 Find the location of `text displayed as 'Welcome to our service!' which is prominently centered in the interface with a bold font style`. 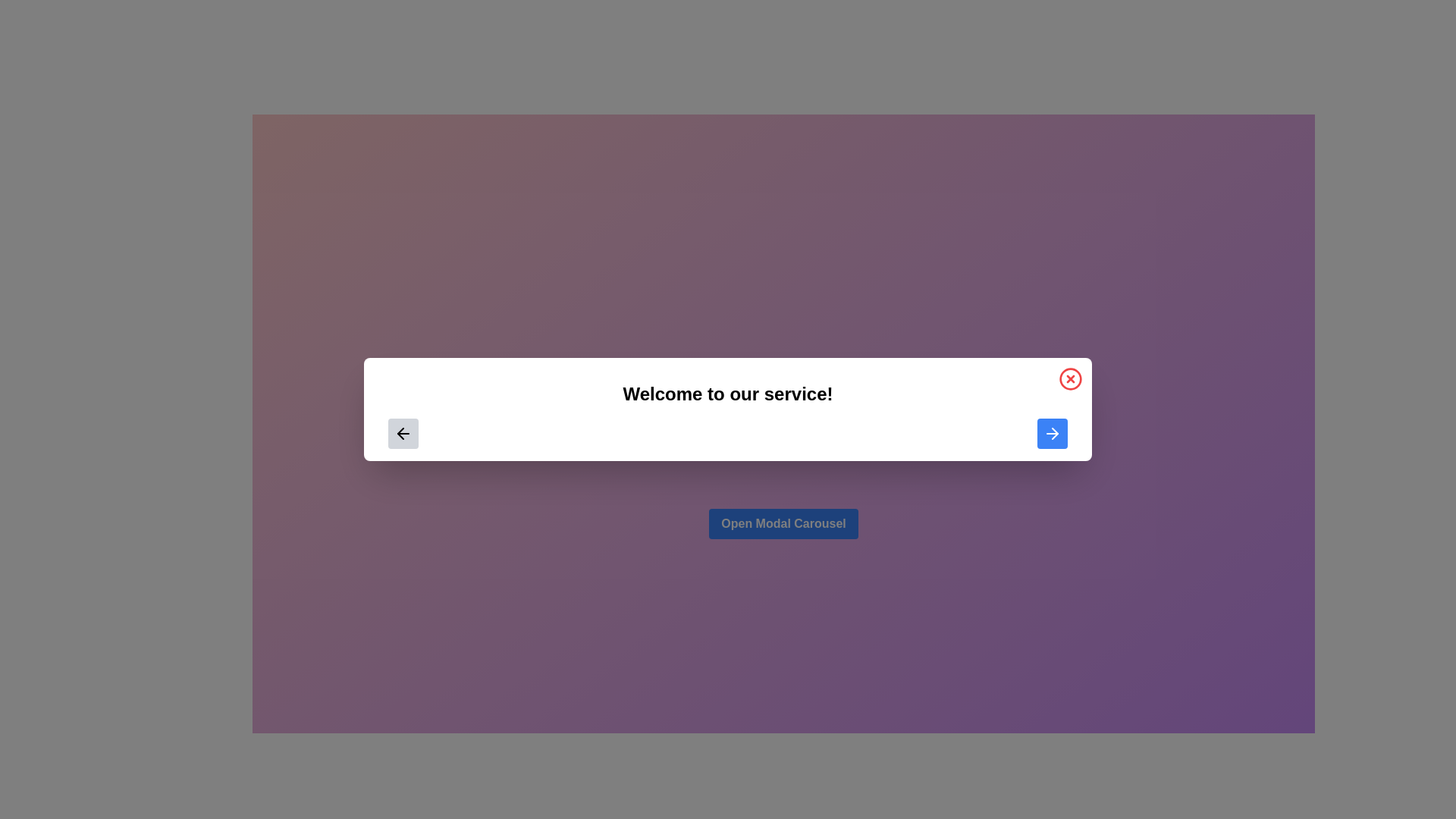

text displayed as 'Welcome to our service!' which is prominently centered in the interface with a bold font style is located at coordinates (728, 394).